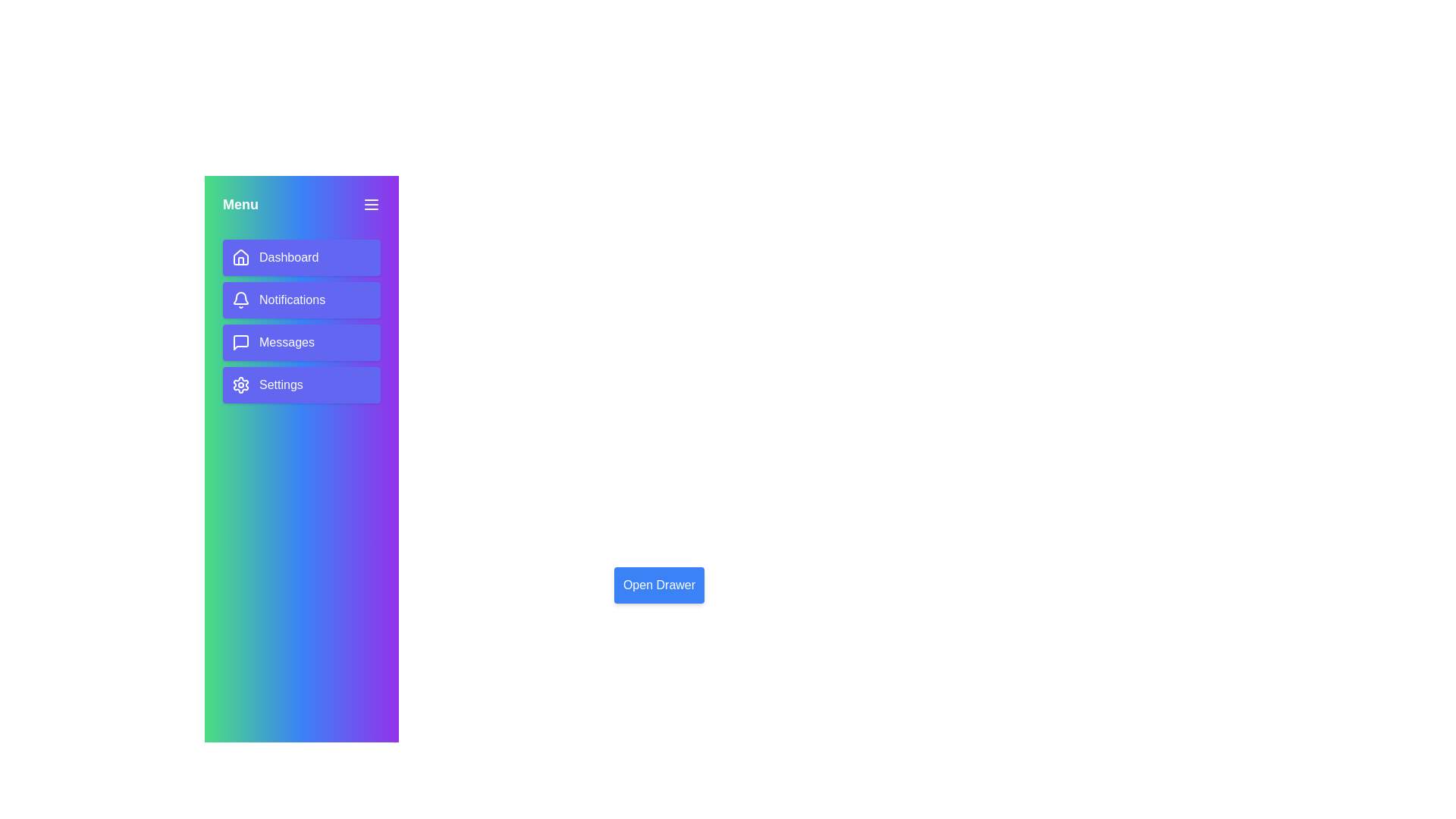  I want to click on the gradient background of the drawer to focus on its visual appearance, so click(302, 584).